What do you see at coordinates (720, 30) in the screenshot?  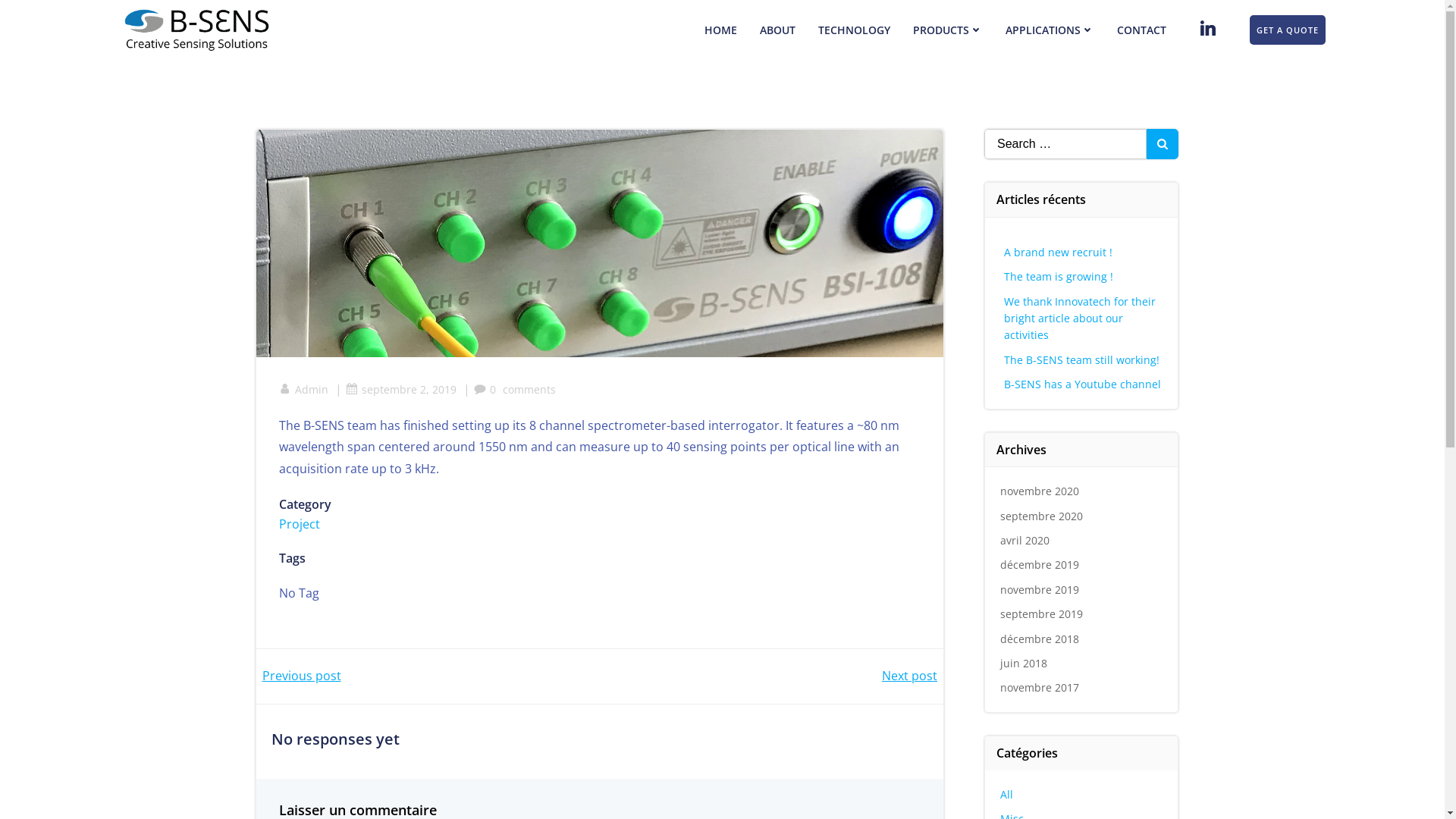 I see `'HOME'` at bounding box center [720, 30].